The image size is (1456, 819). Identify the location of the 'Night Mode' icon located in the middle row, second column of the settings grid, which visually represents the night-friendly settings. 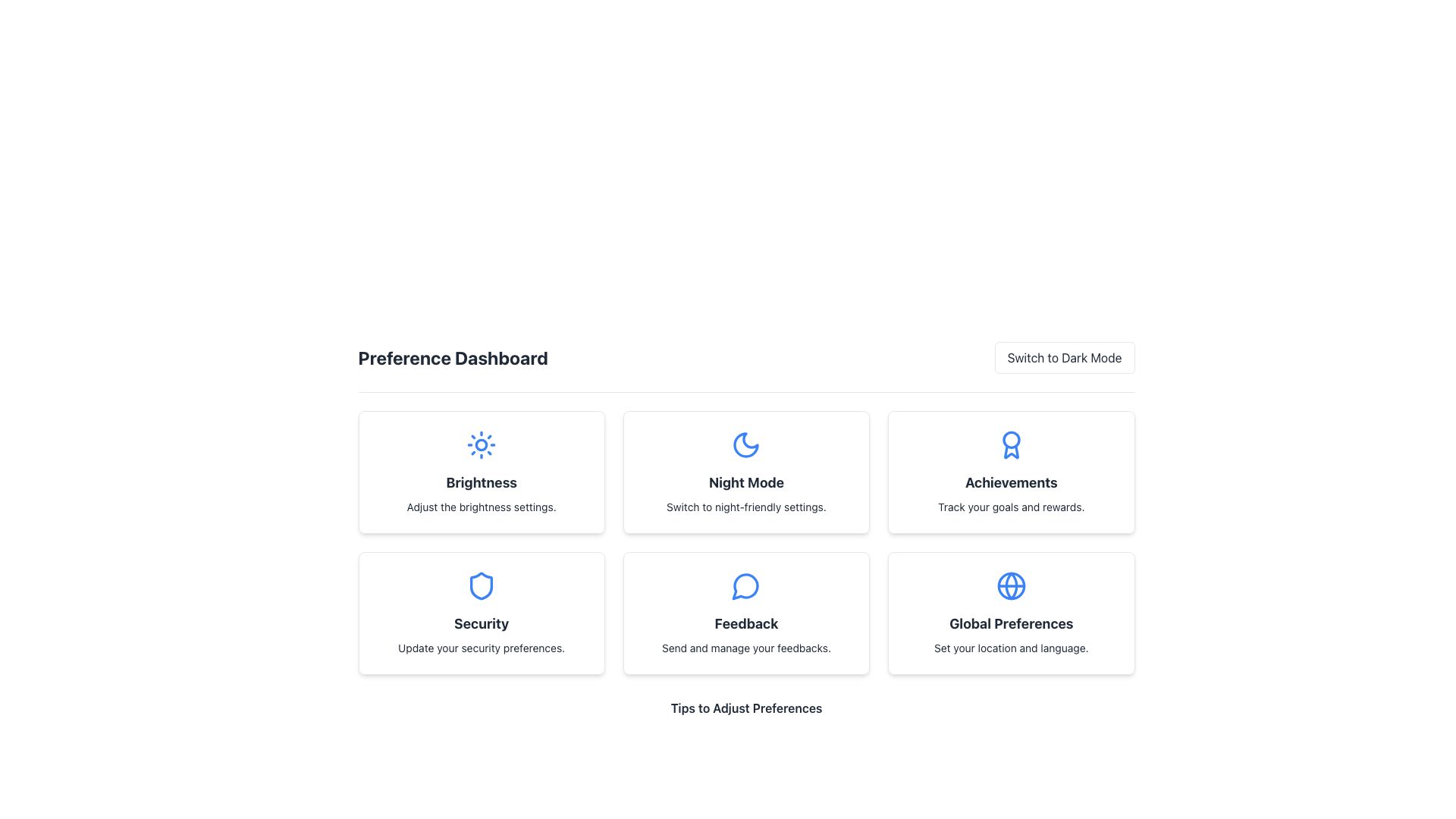
(746, 444).